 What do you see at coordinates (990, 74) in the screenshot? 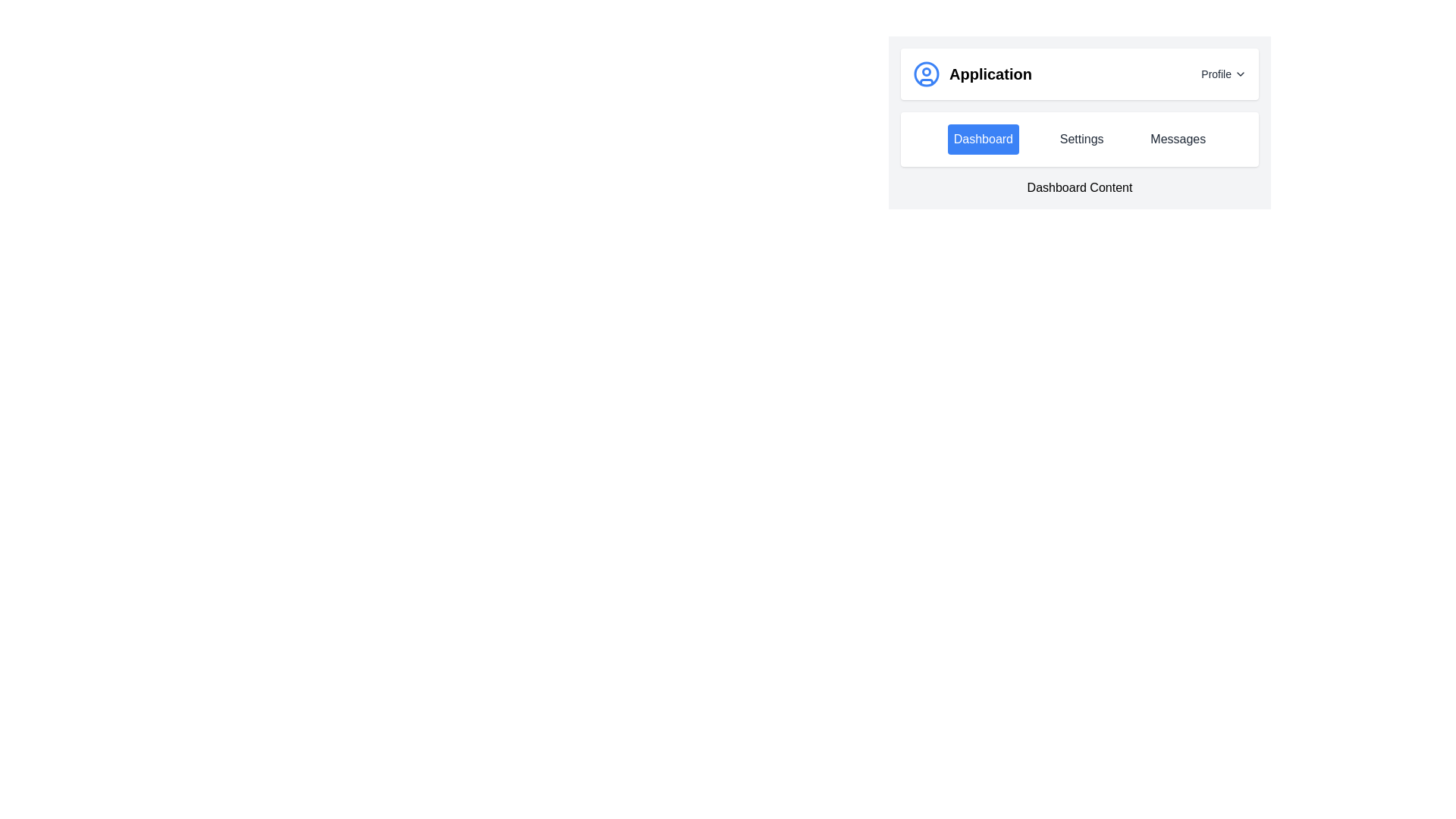
I see `the text label that serves as the header or title, located in the top section of the interface, positioned between a blue user avatar icon and a 'Profile' menu dropdown` at bounding box center [990, 74].